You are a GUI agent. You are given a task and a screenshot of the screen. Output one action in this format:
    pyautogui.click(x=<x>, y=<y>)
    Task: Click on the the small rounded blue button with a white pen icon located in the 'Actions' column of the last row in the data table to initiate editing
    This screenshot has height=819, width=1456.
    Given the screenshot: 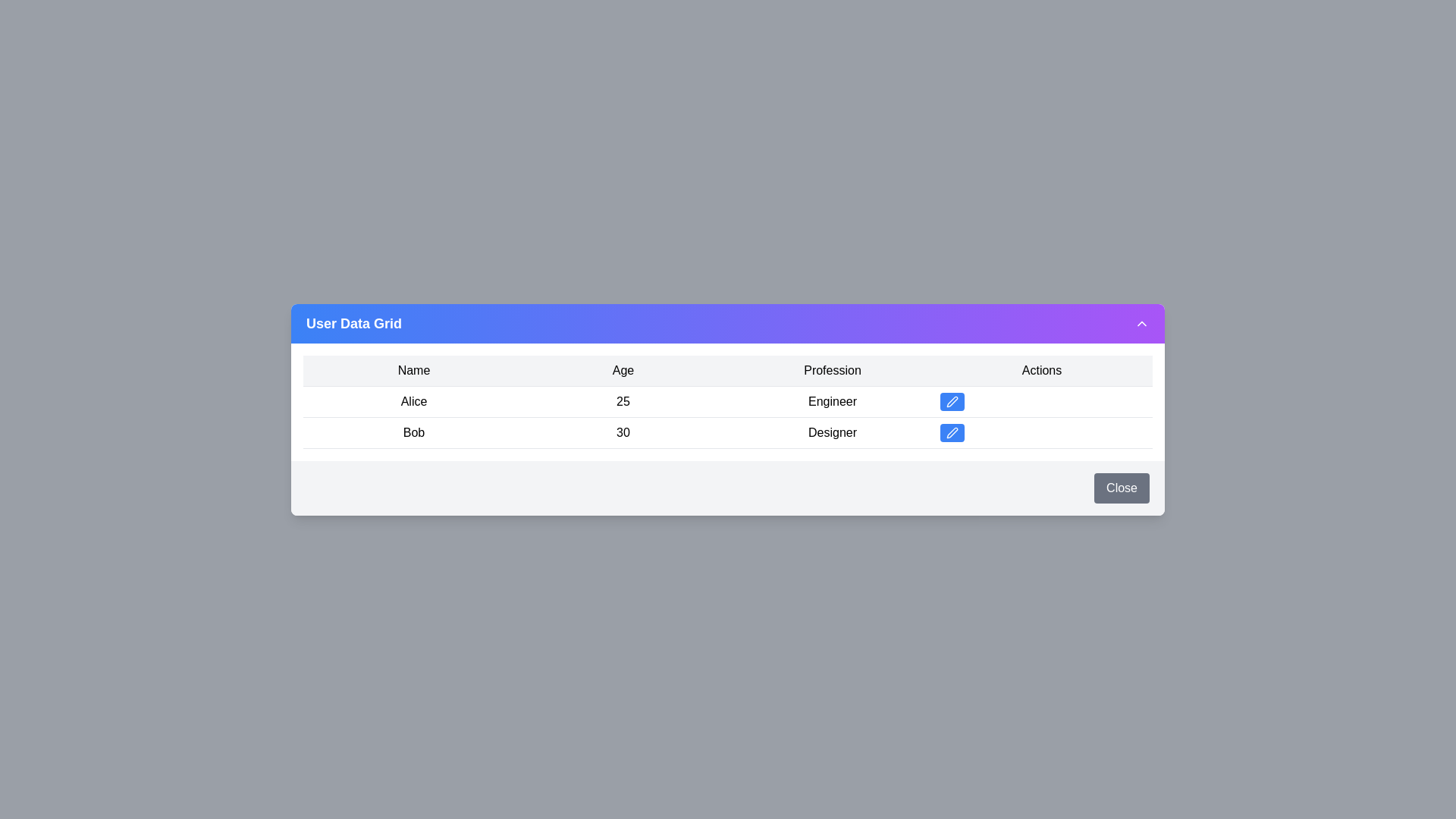 What is the action you would take?
    pyautogui.click(x=952, y=432)
    